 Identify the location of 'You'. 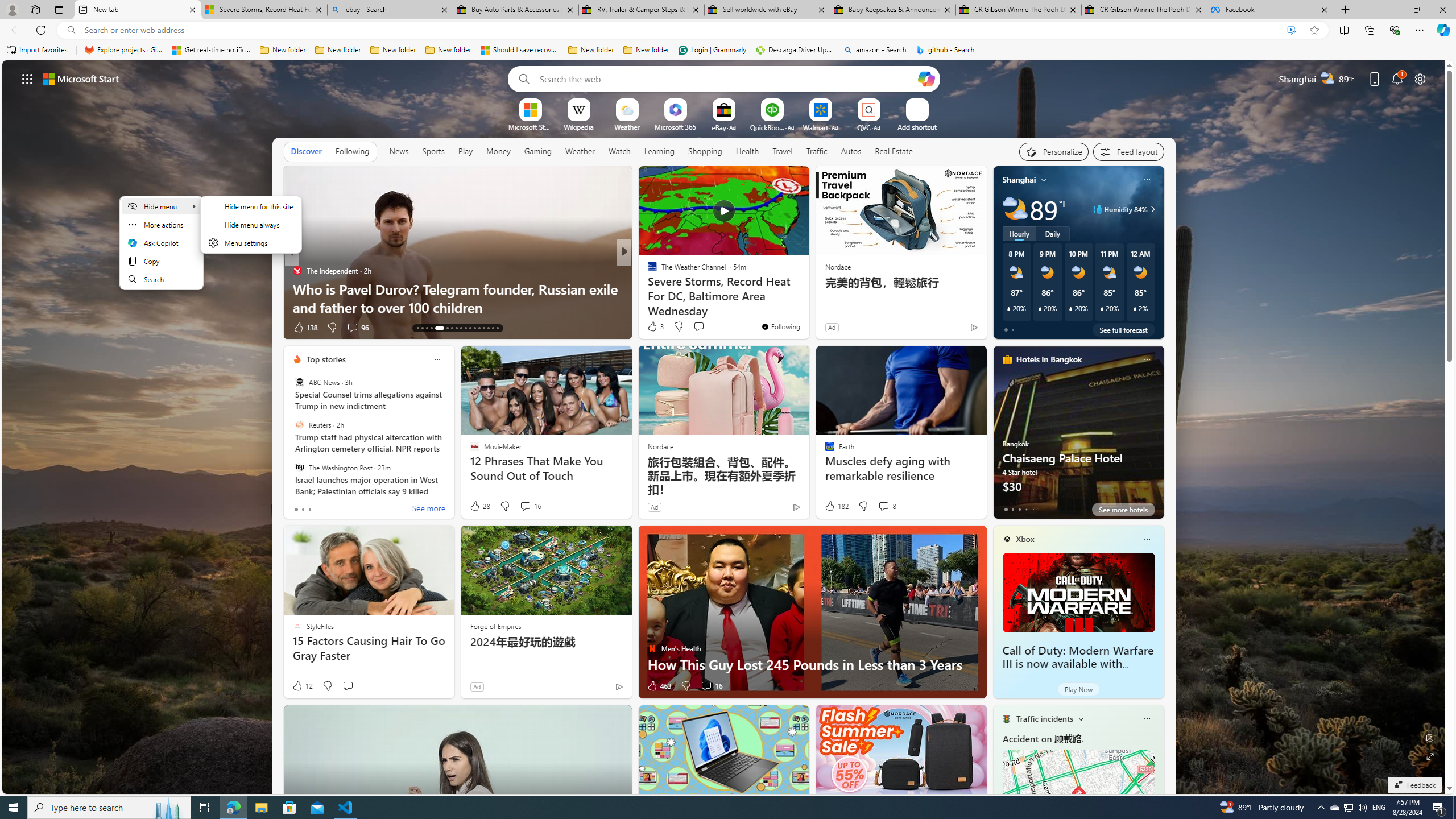
(780, 326).